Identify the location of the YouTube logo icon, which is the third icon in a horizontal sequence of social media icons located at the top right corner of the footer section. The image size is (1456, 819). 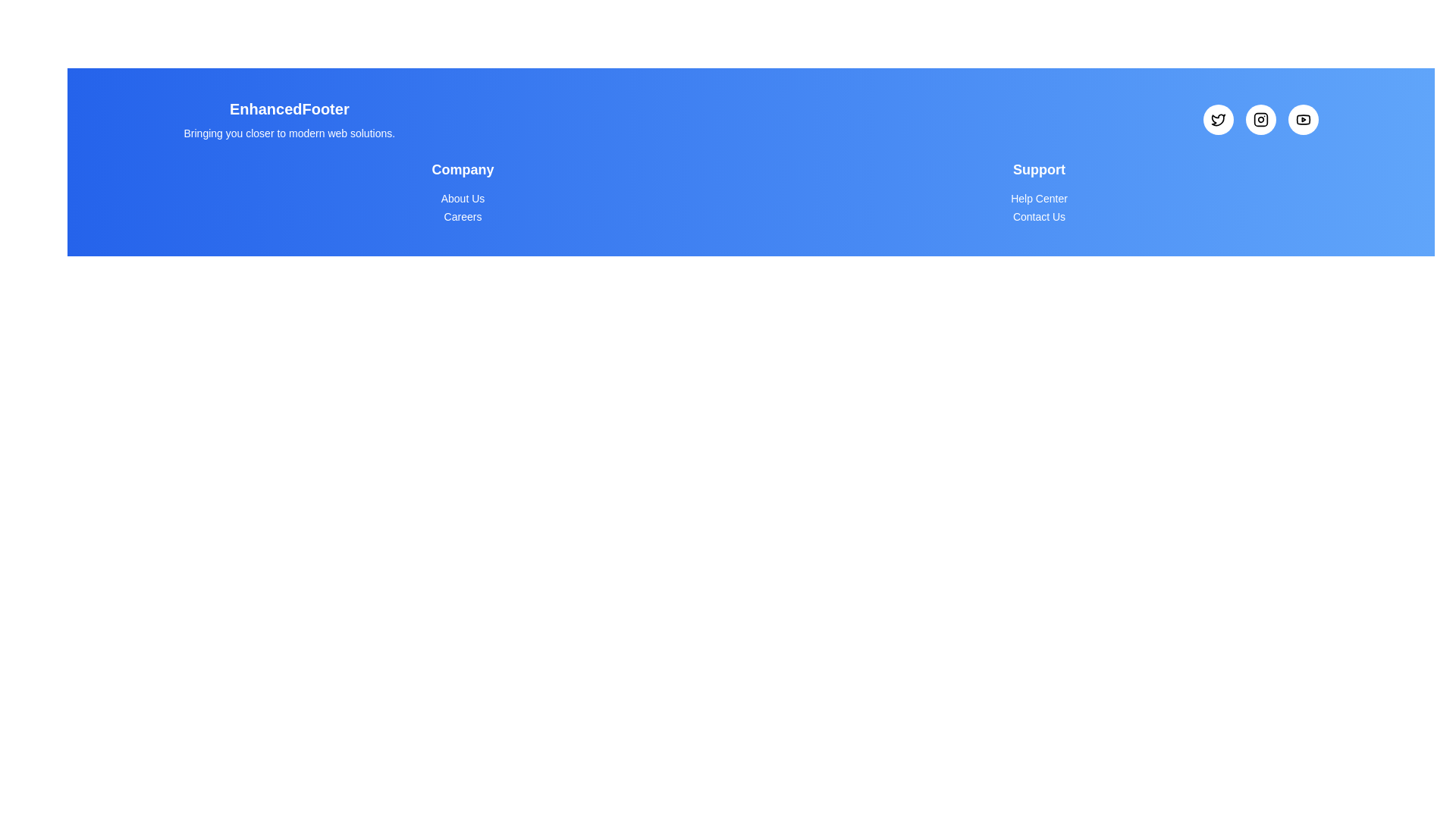
(1302, 119).